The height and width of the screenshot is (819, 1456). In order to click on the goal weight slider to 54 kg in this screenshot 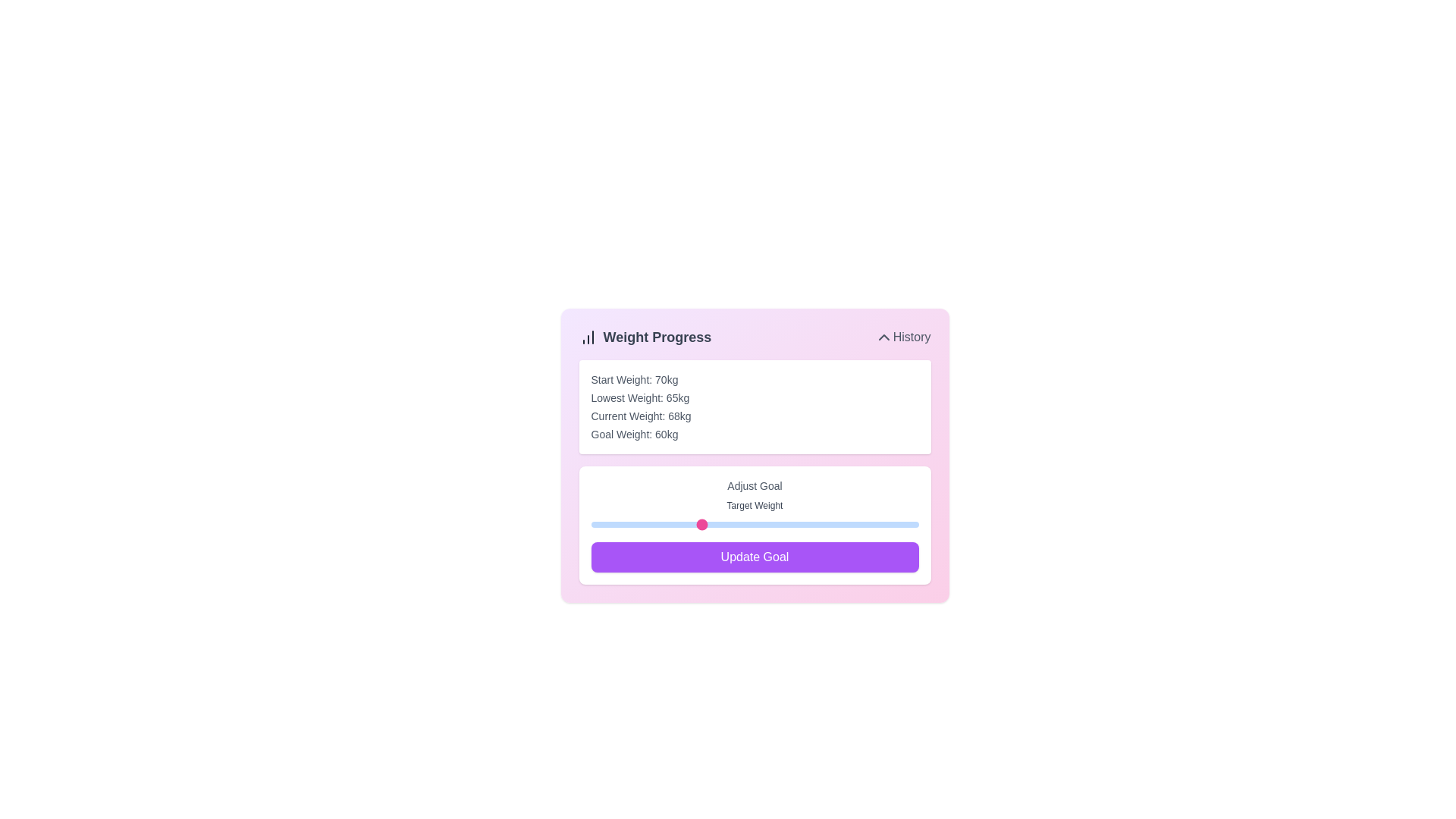, I will do `click(635, 523)`.